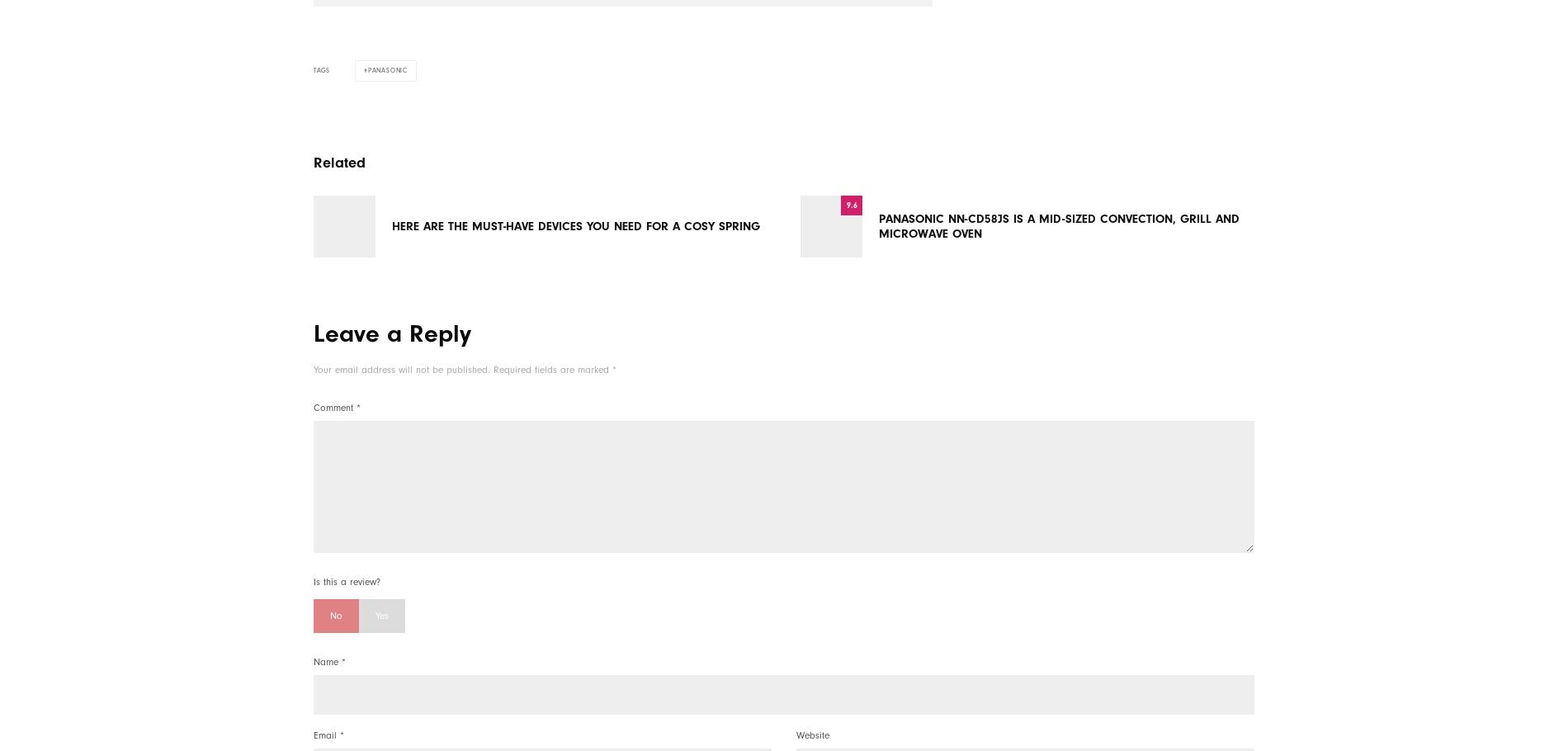 The width and height of the screenshot is (1568, 751). I want to click on 'Your email address will not be published.', so click(313, 369).